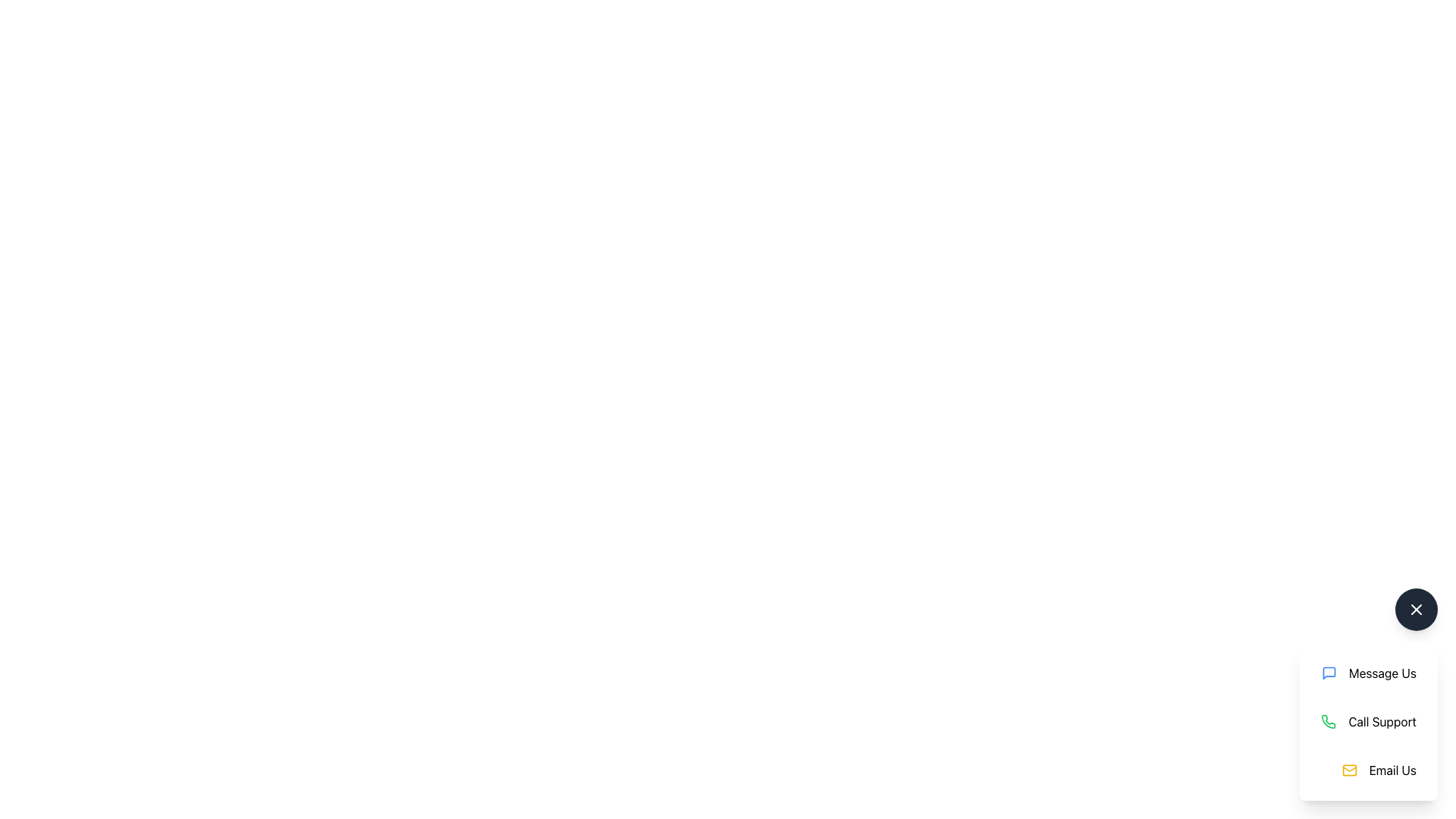 This screenshot has width=1456, height=819. What do you see at coordinates (1328, 721) in the screenshot?
I see `the phone icon located on the left side within the 'Call Support' item, which is positioned between 'Message Us' above and 'Email Us' below` at bounding box center [1328, 721].